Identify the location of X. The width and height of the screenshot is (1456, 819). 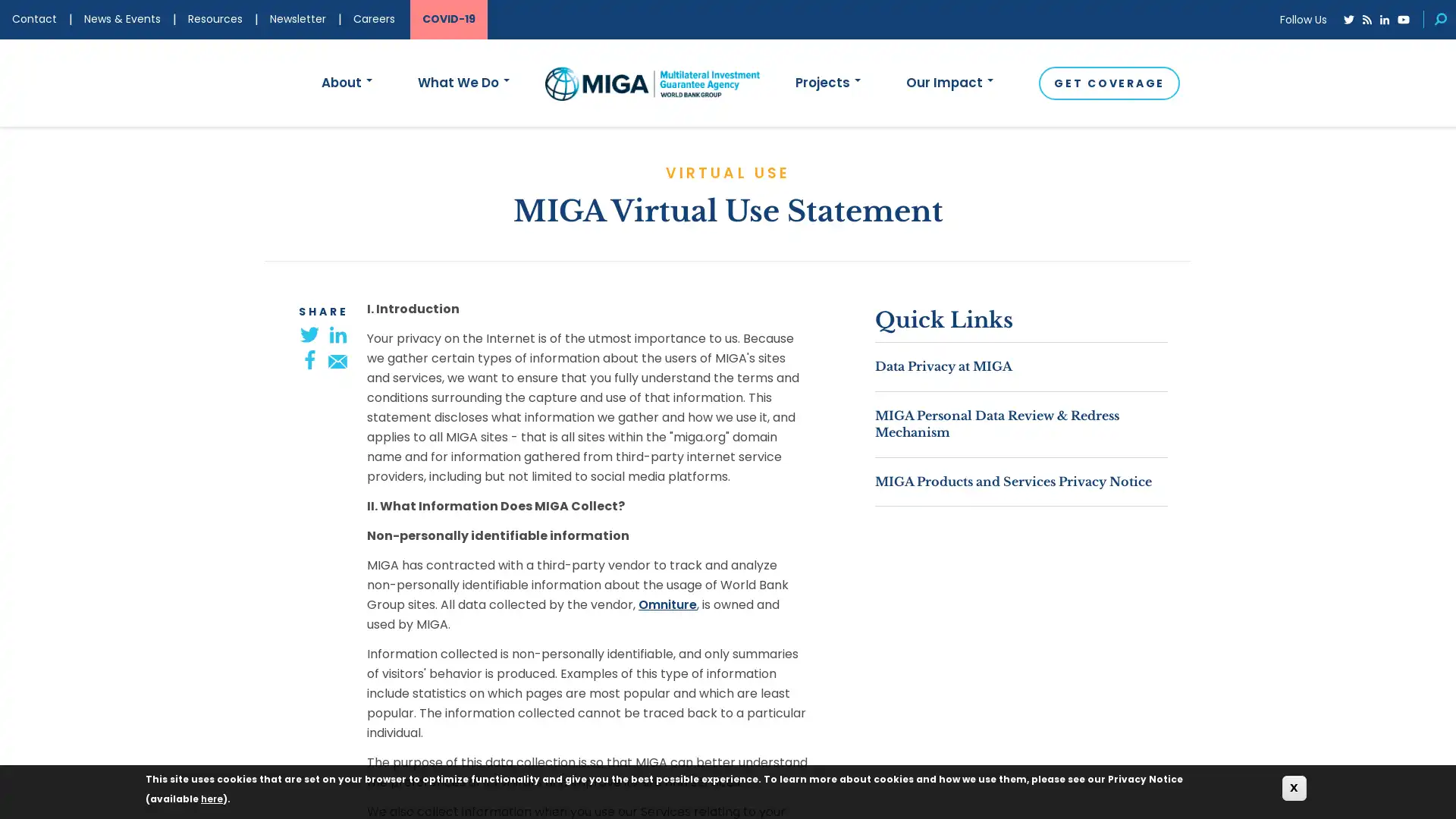
(1294, 787).